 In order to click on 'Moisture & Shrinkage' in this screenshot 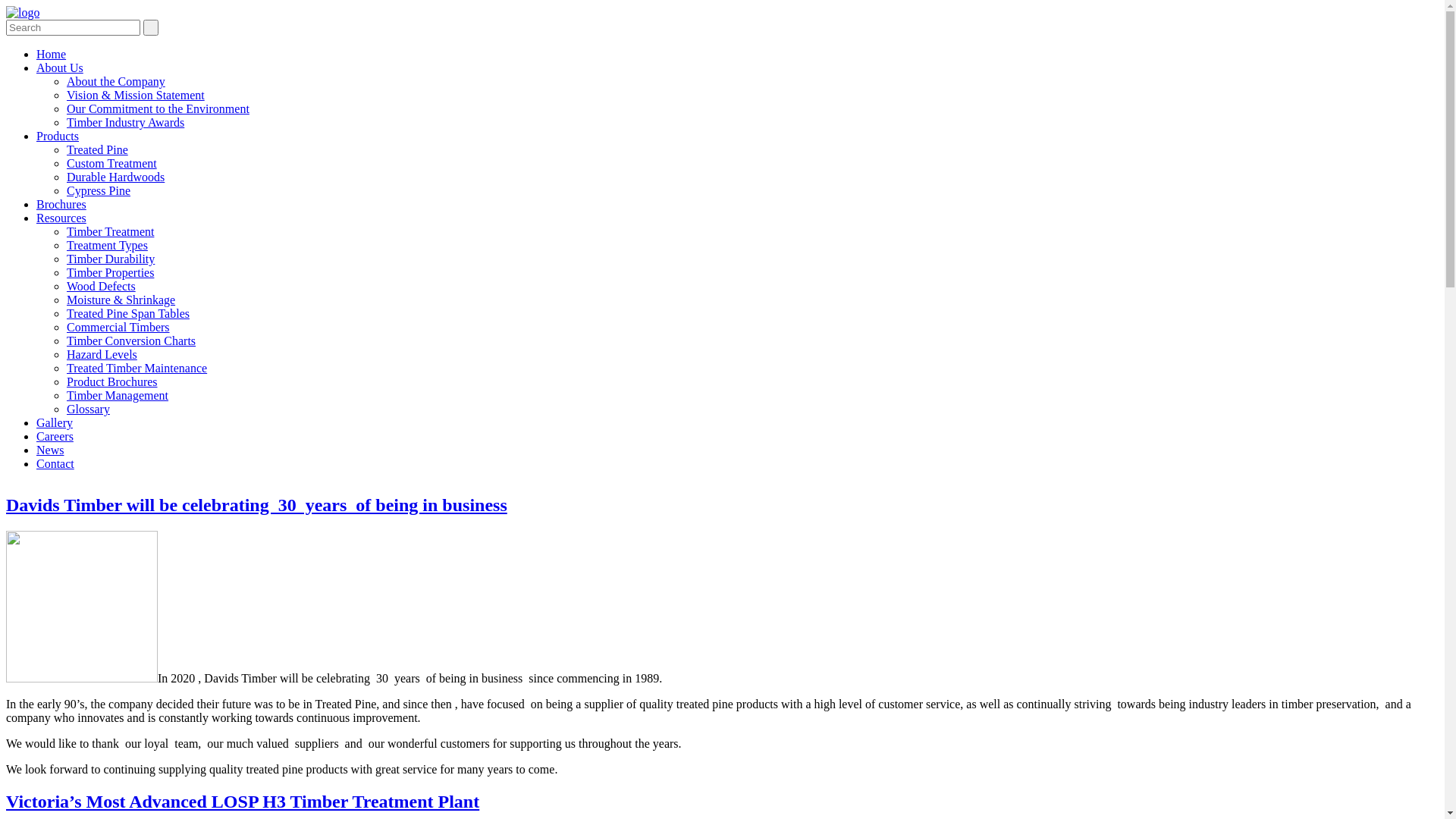, I will do `click(120, 300)`.